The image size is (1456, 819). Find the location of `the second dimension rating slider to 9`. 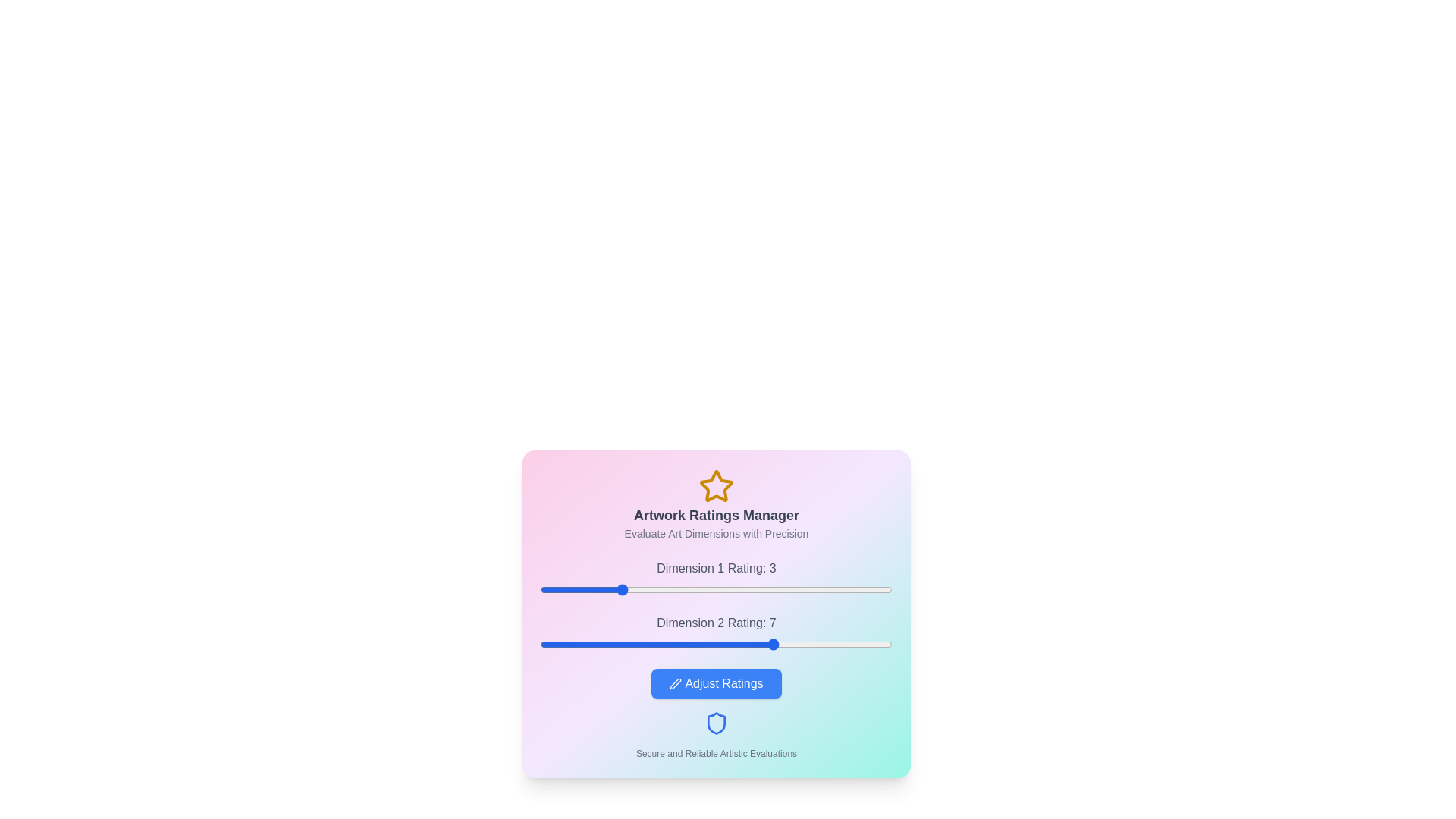

the second dimension rating slider to 9 is located at coordinates (853, 644).